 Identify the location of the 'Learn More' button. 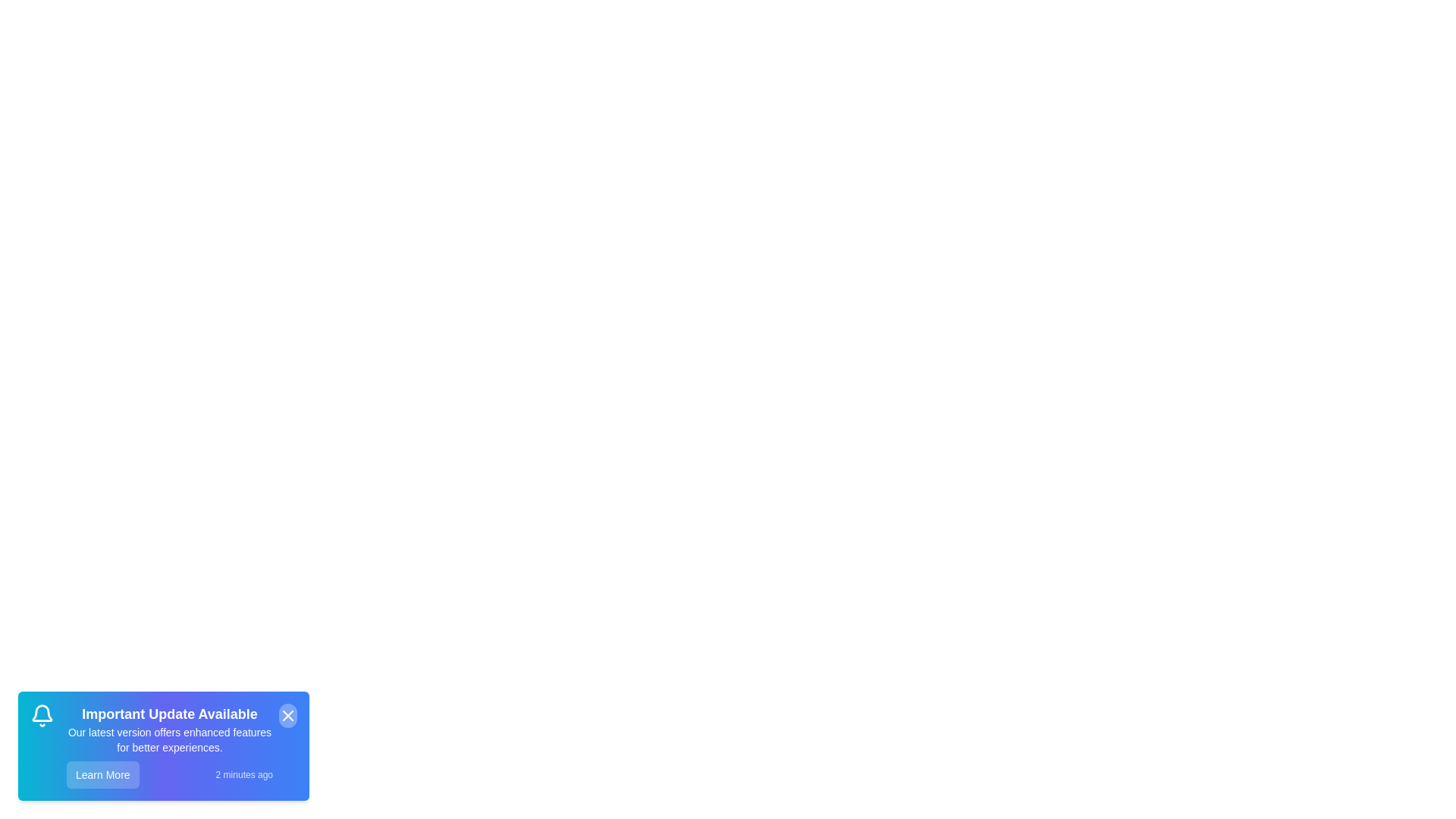
(102, 775).